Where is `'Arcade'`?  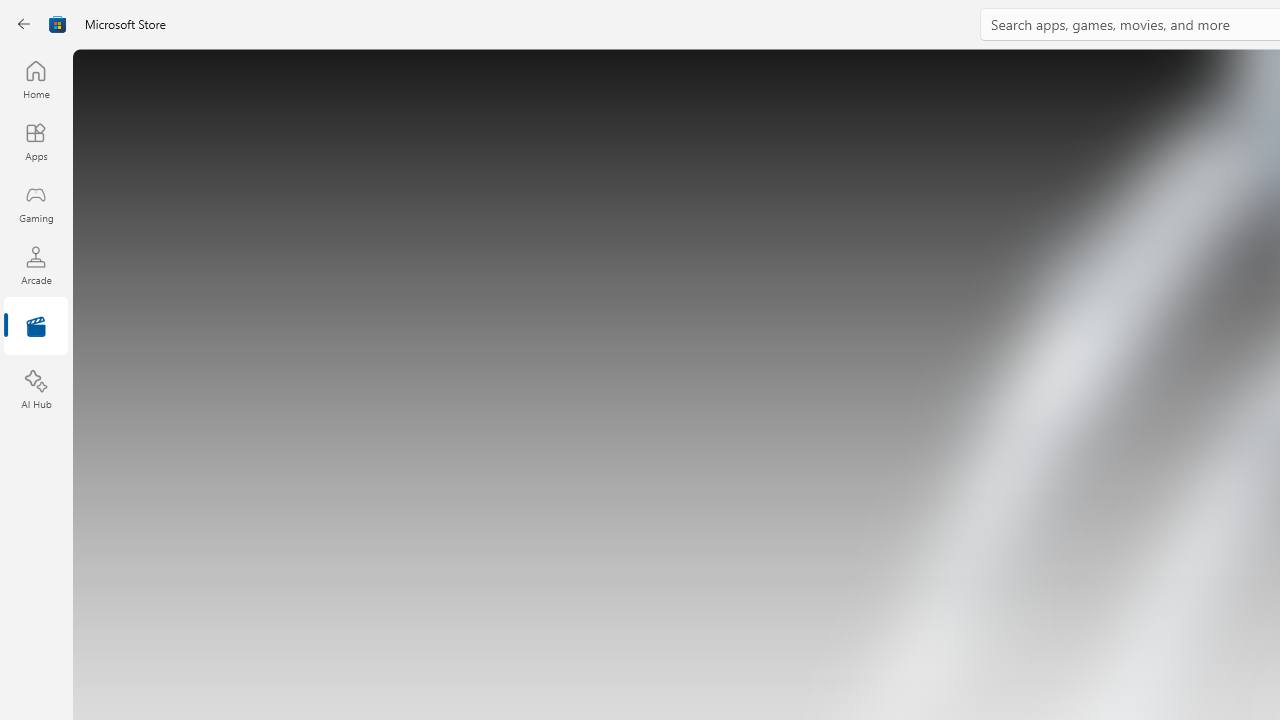 'Arcade' is located at coordinates (35, 264).